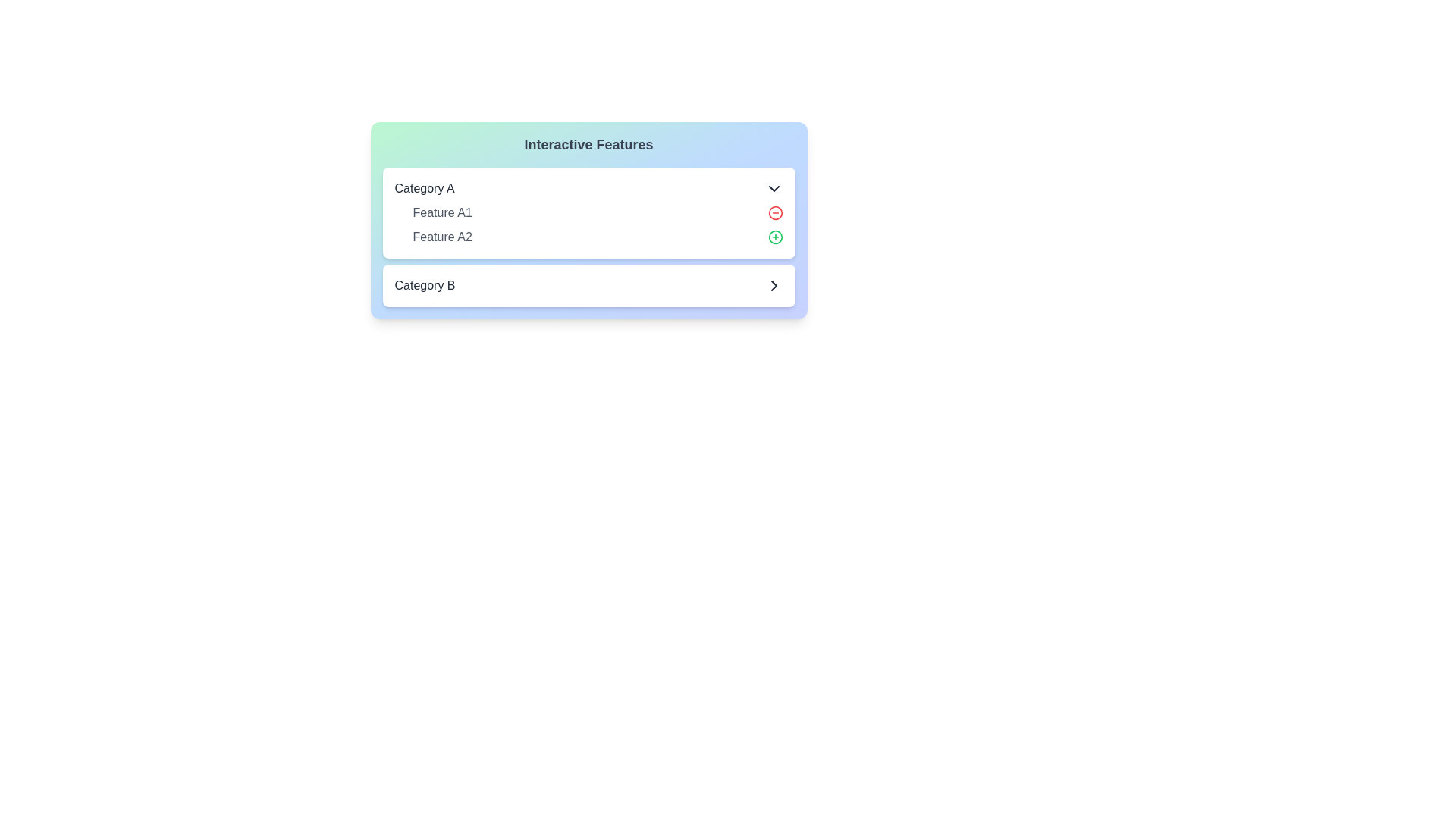  What do you see at coordinates (775, 213) in the screenshot?
I see `the minus icon located in the top-right corner of the list item labeled 'Feature A1' in the 'Category A' section of the 'Interactive Features' UI panel` at bounding box center [775, 213].